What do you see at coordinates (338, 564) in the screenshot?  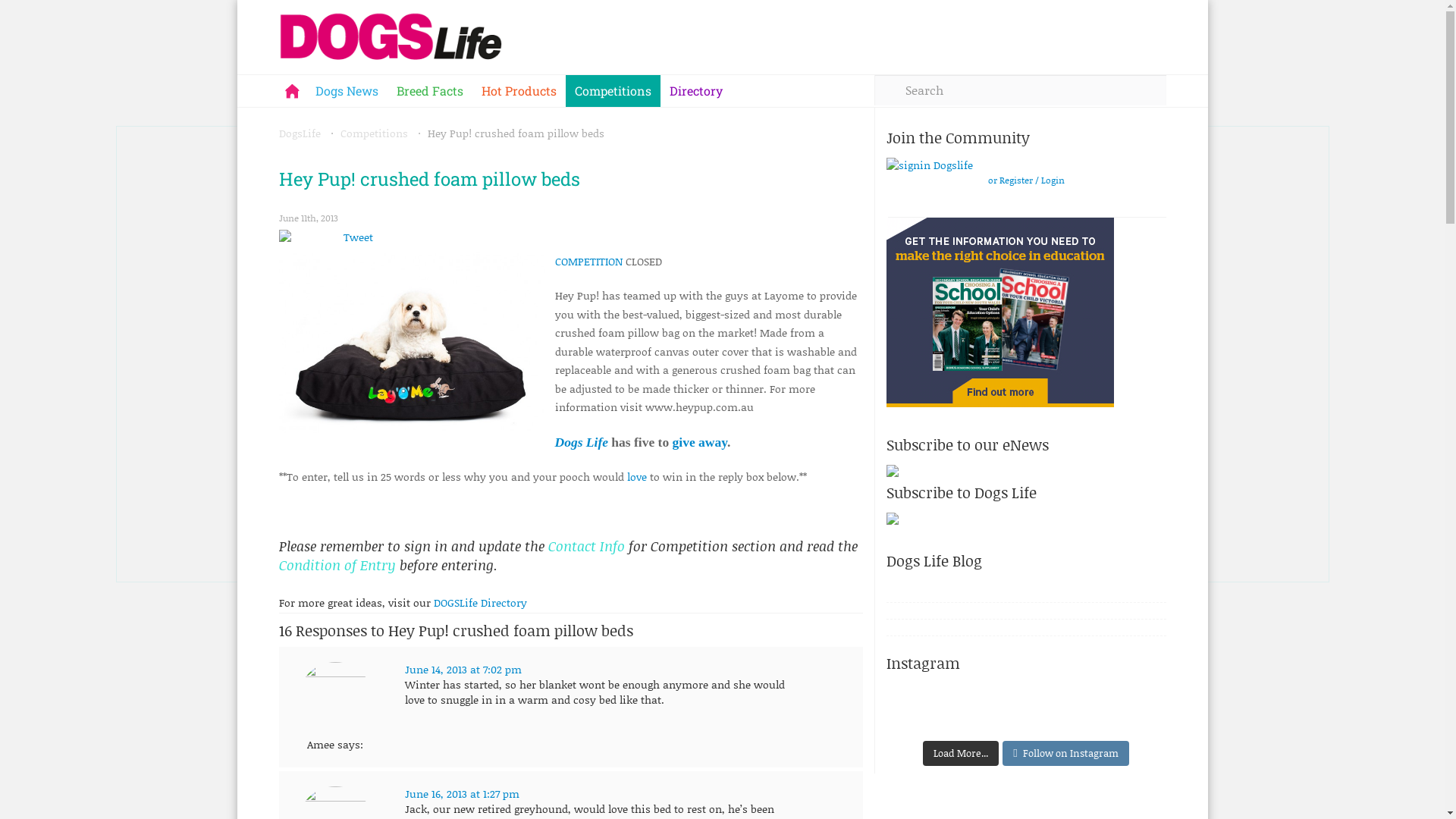 I see `'Condition of Entry'` at bounding box center [338, 564].